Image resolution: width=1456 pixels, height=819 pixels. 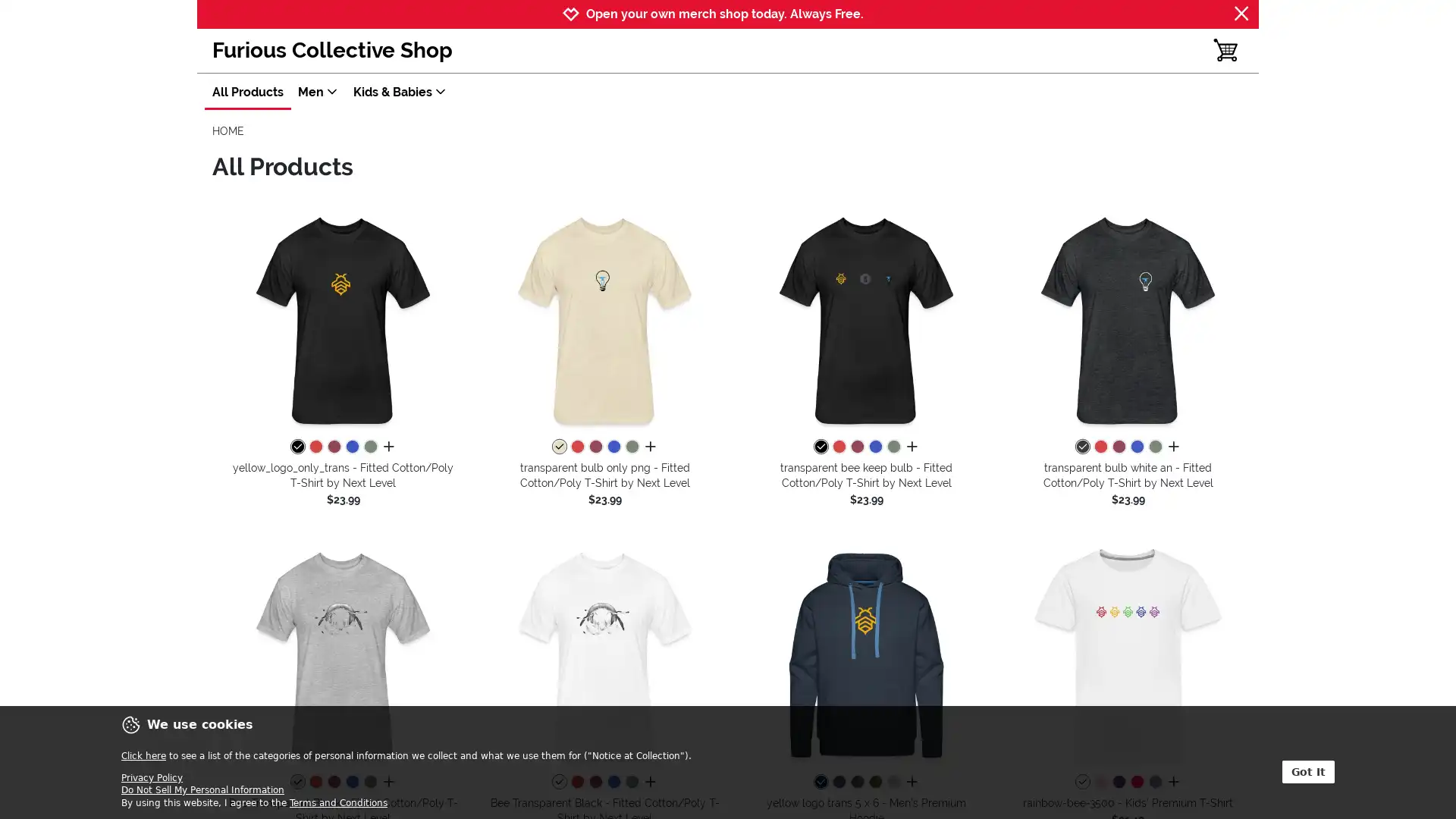 I want to click on heather burgundy, so click(x=333, y=447).